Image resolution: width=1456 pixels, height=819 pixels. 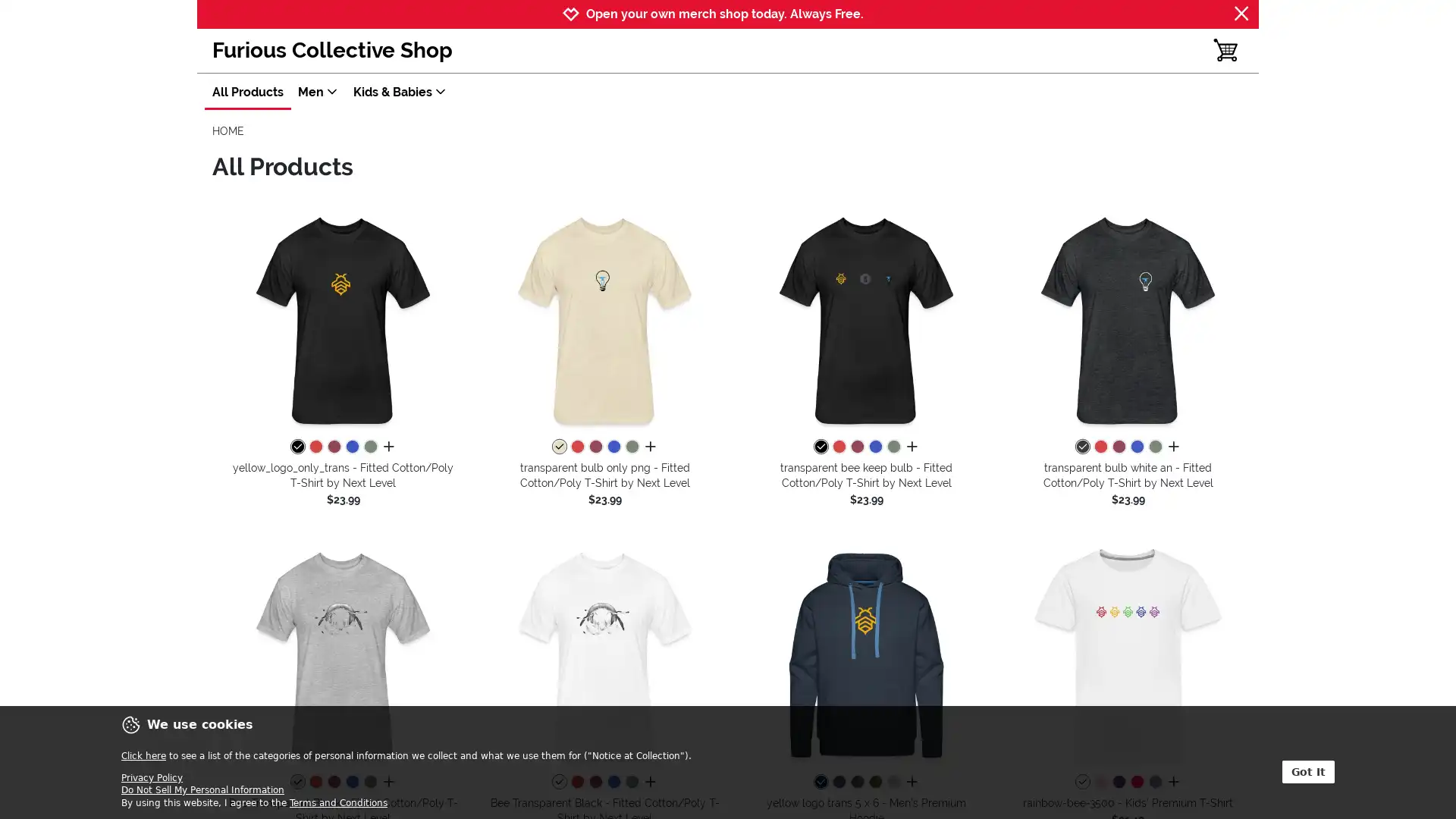 I want to click on heather burgundy, so click(x=333, y=447).